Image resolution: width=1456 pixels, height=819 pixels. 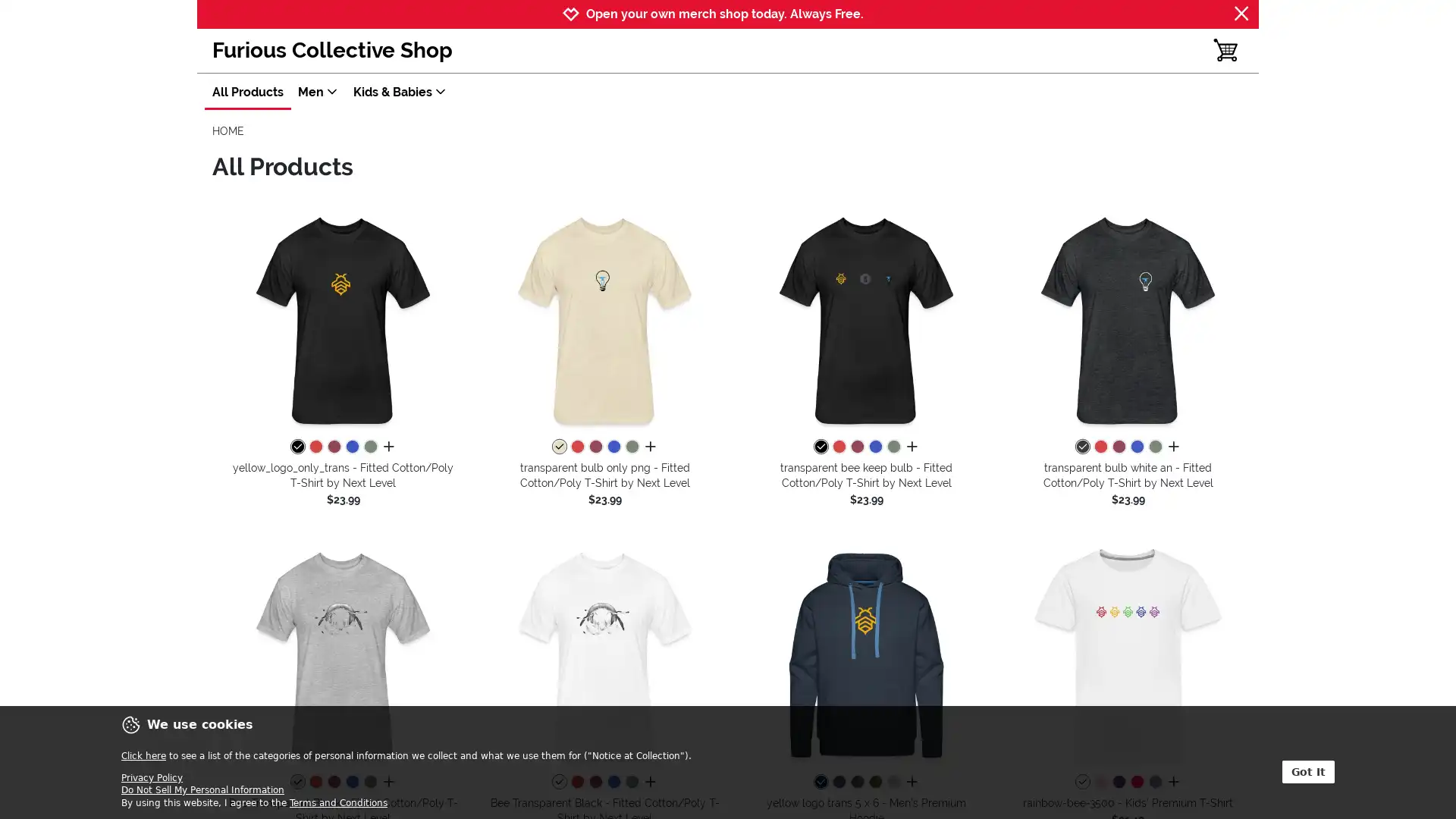 I want to click on heather burgundy, so click(x=333, y=447).